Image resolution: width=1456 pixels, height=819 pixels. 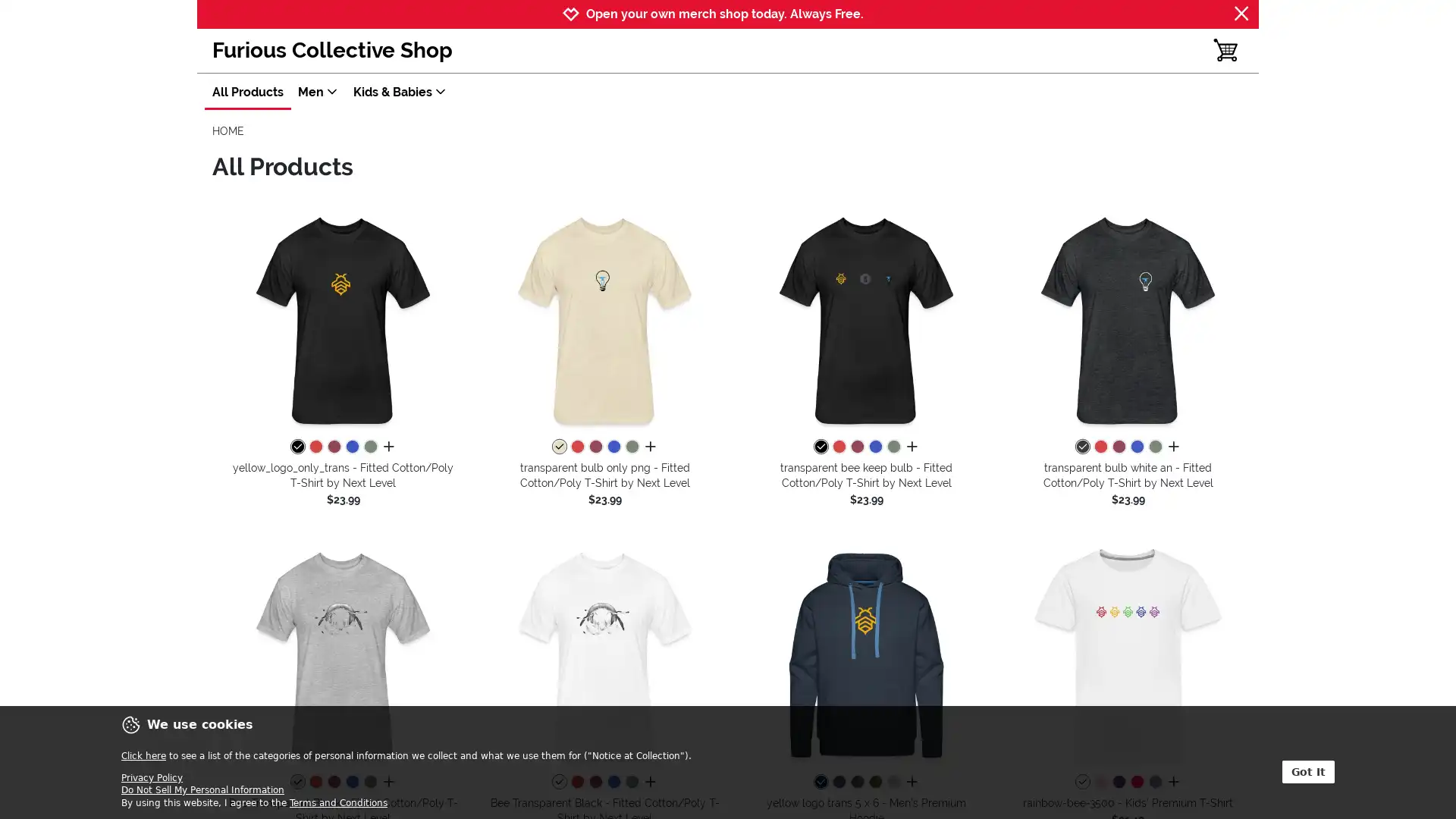 I want to click on heather burgundy, so click(x=333, y=447).